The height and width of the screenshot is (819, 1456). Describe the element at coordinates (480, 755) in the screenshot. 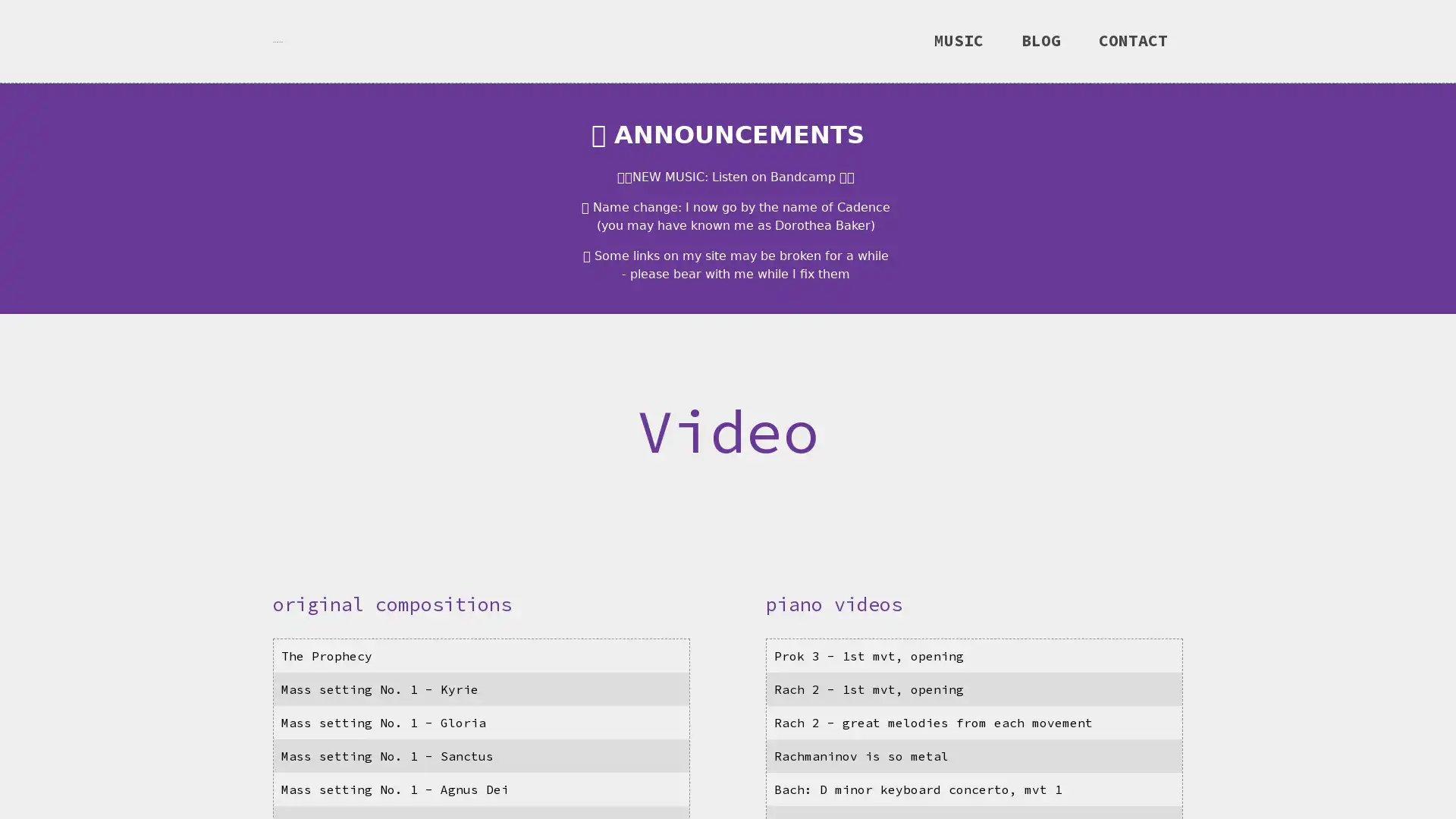

I see `video: Mass setting No. 1 - Sanctus` at that location.